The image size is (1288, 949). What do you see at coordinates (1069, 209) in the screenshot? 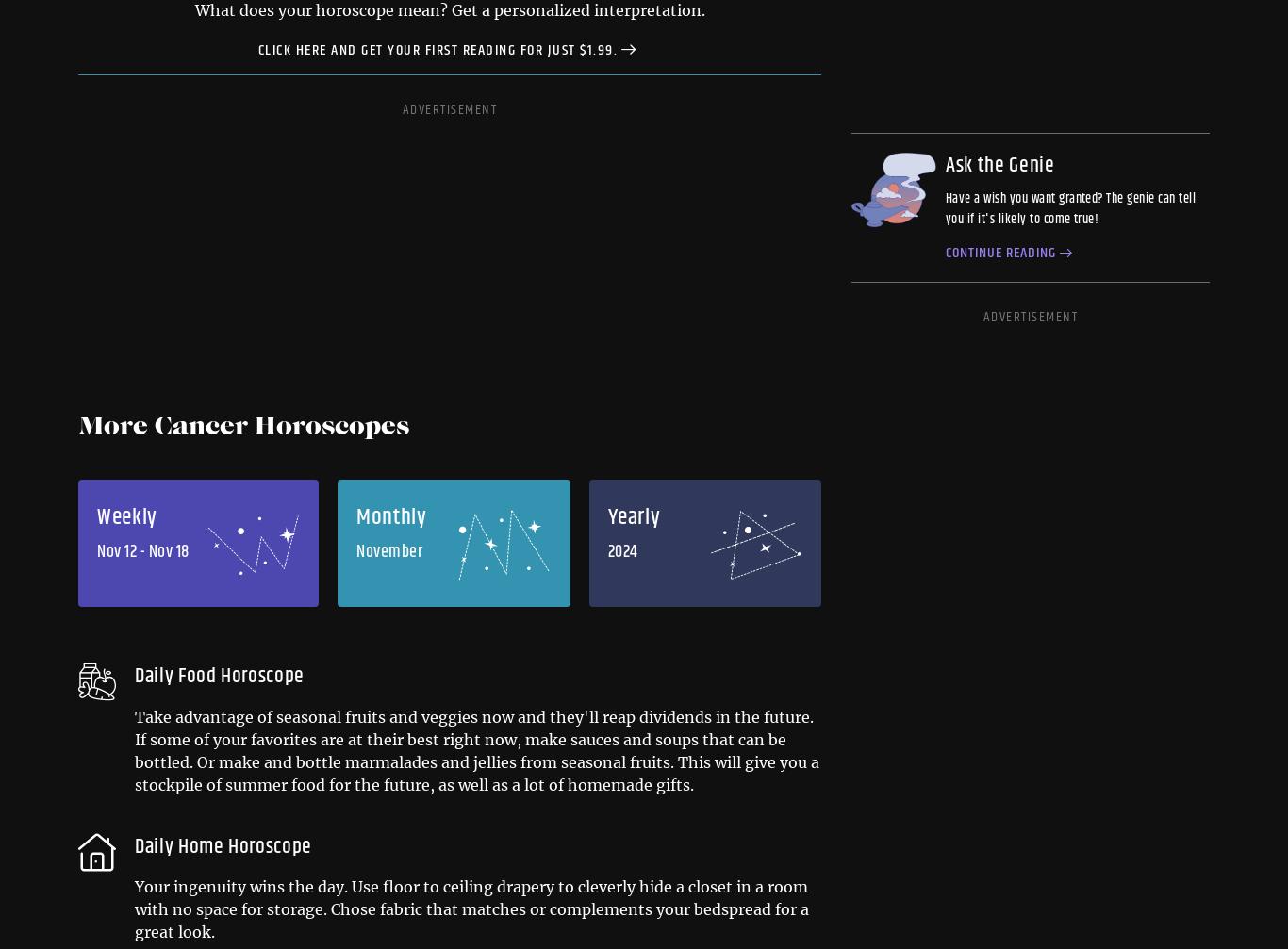
I see `'Have a wish you want granted? The genie can tell you if it's likely to come true!'` at bounding box center [1069, 209].